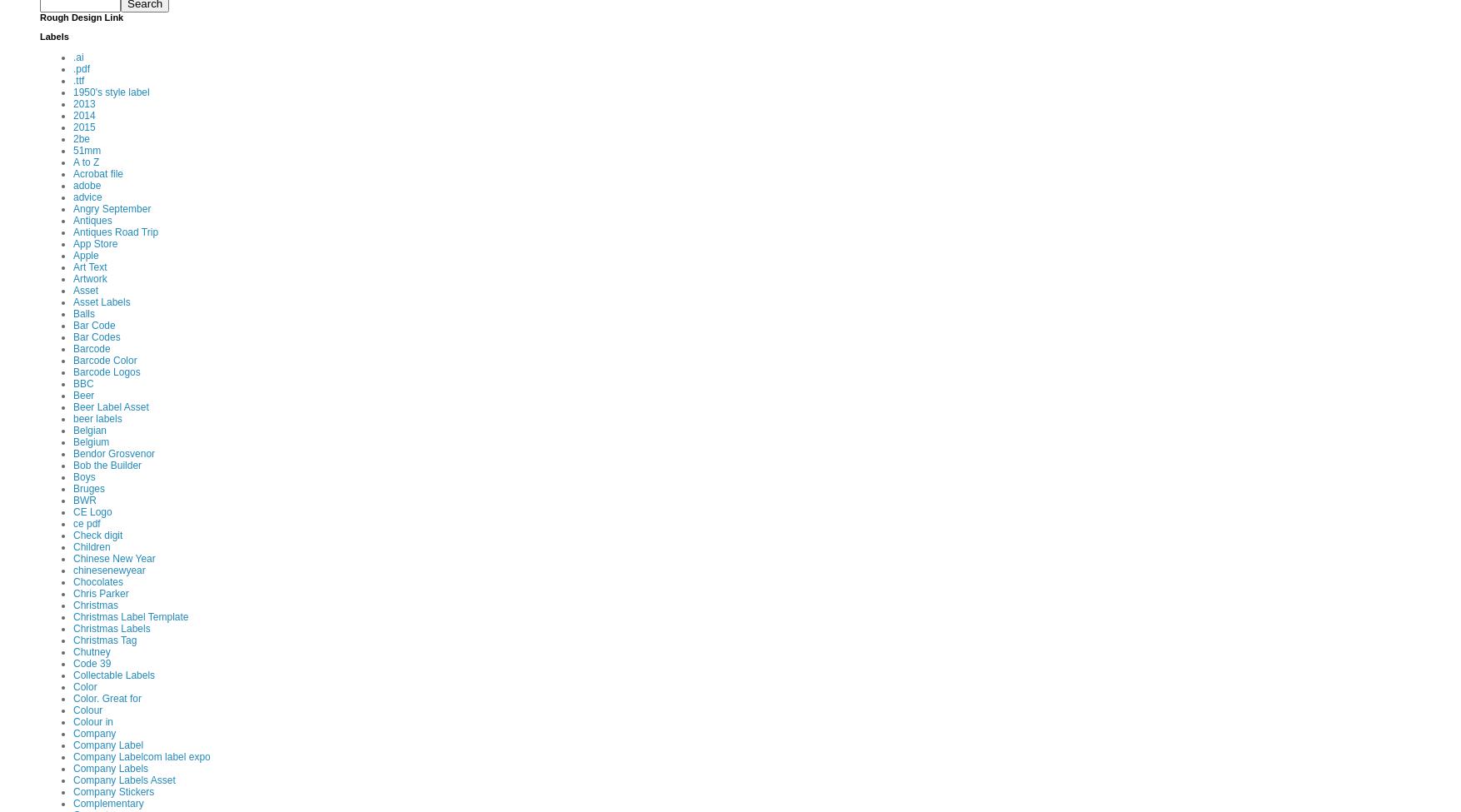 Image resolution: width=1461 pixels, height=812 pixels. I want to click on 'Acrobat file', so click(97, 172).